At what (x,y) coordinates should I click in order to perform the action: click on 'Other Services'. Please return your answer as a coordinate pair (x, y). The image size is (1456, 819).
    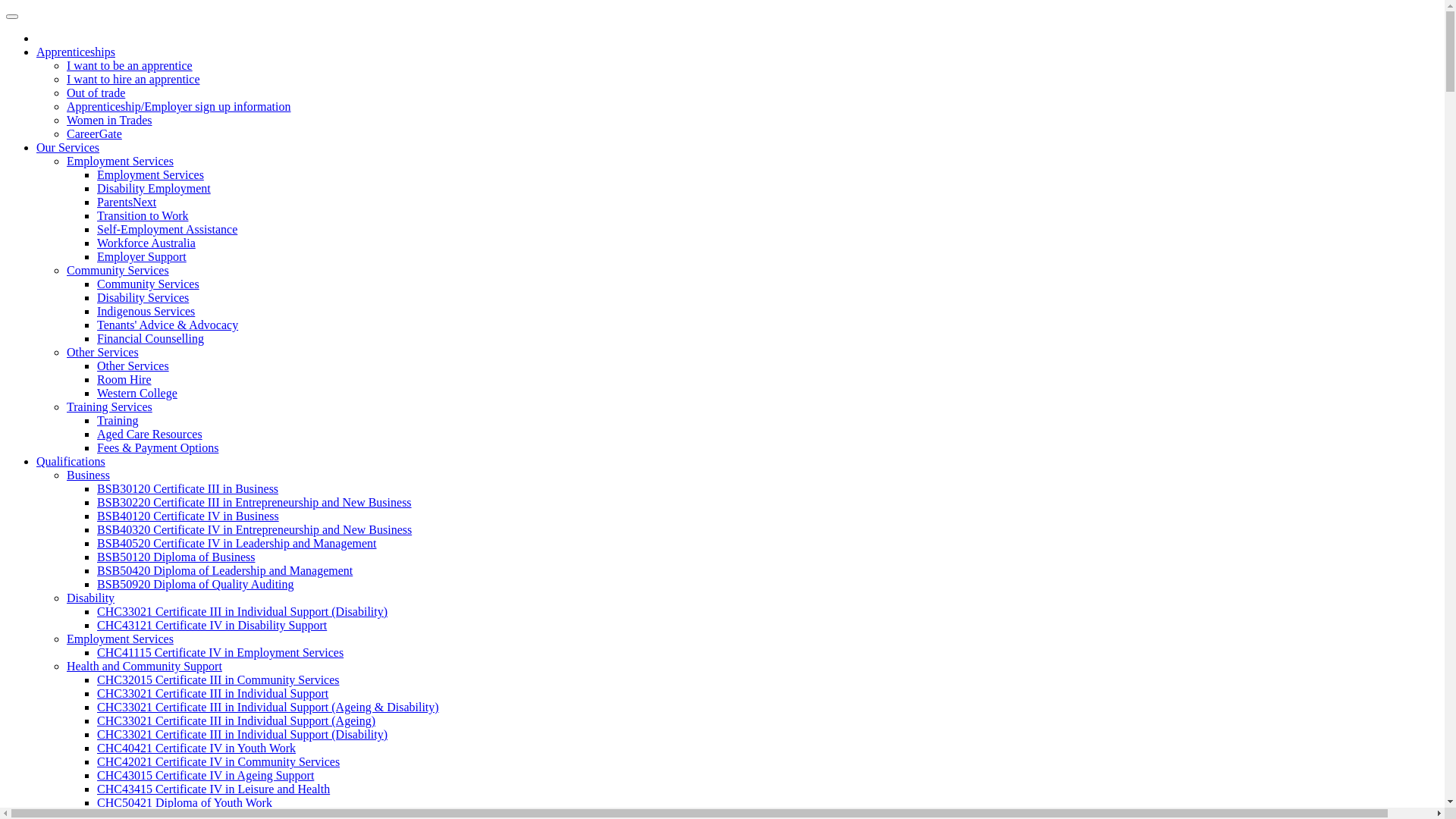
    Looking at the image, I should click on (102, 352).